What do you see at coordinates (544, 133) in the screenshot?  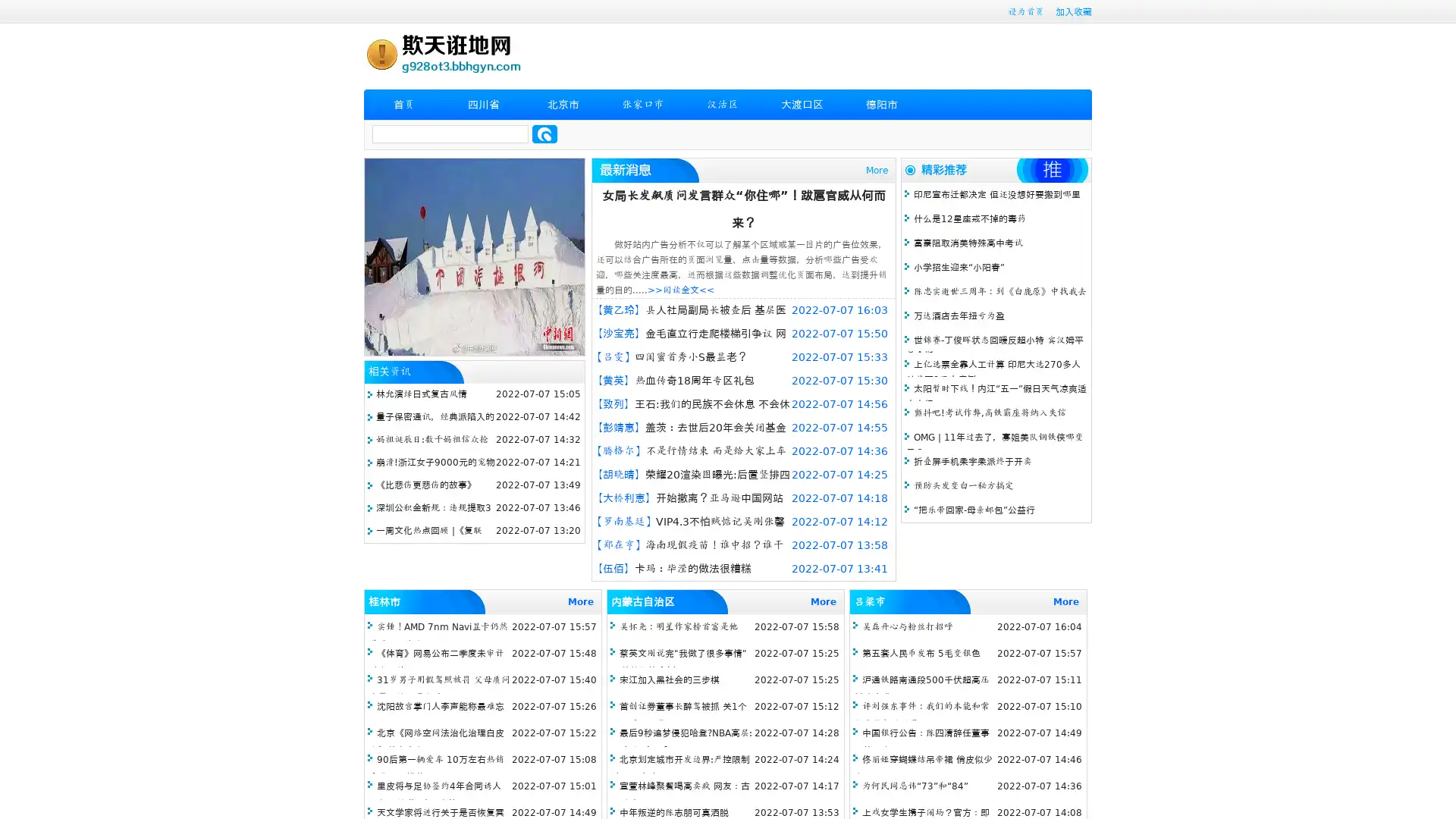 I see `Search` at bounding box center [544, 133].